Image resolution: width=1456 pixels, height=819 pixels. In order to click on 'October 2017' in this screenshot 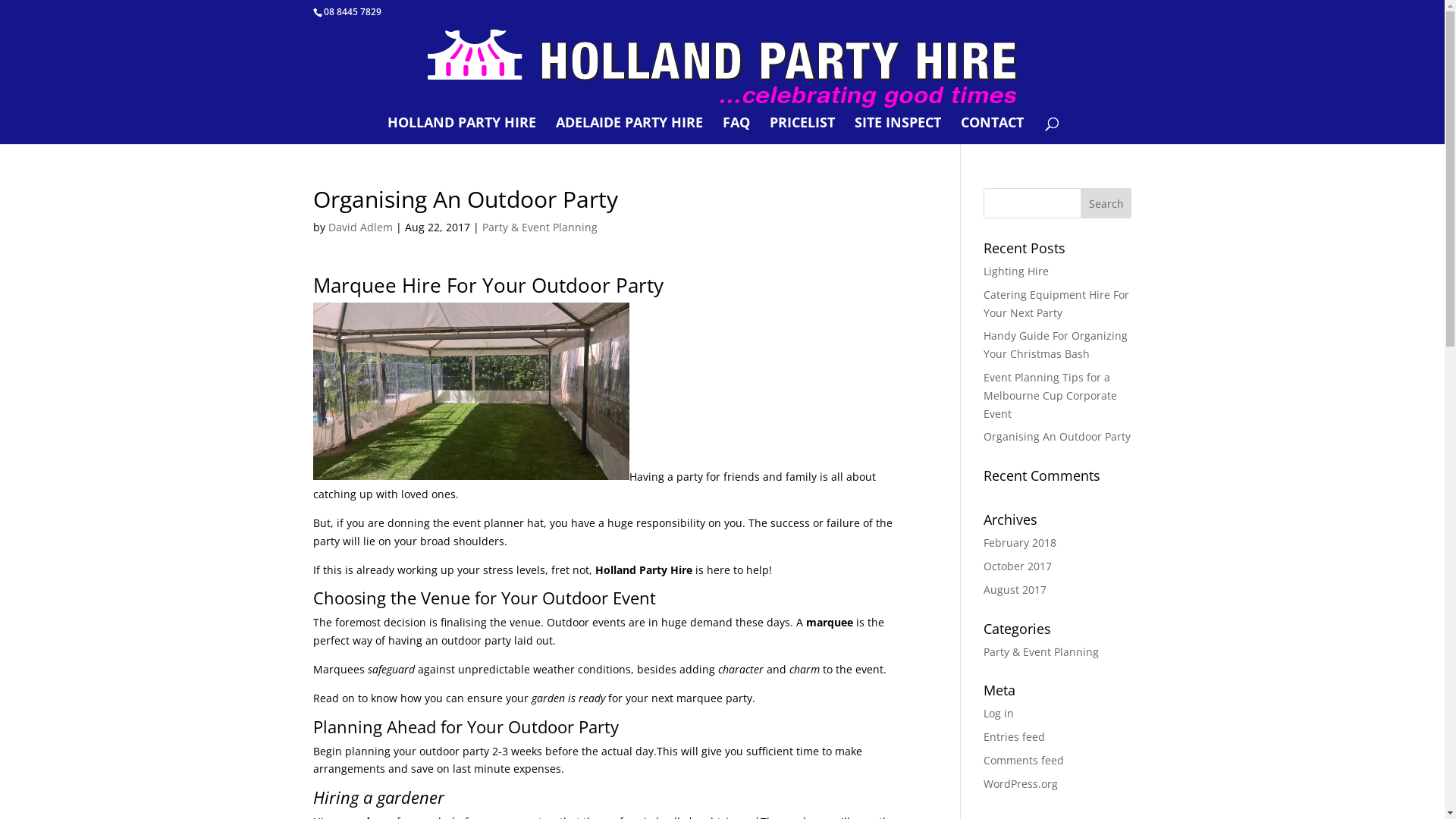, I will do `click(1018, 566)`.